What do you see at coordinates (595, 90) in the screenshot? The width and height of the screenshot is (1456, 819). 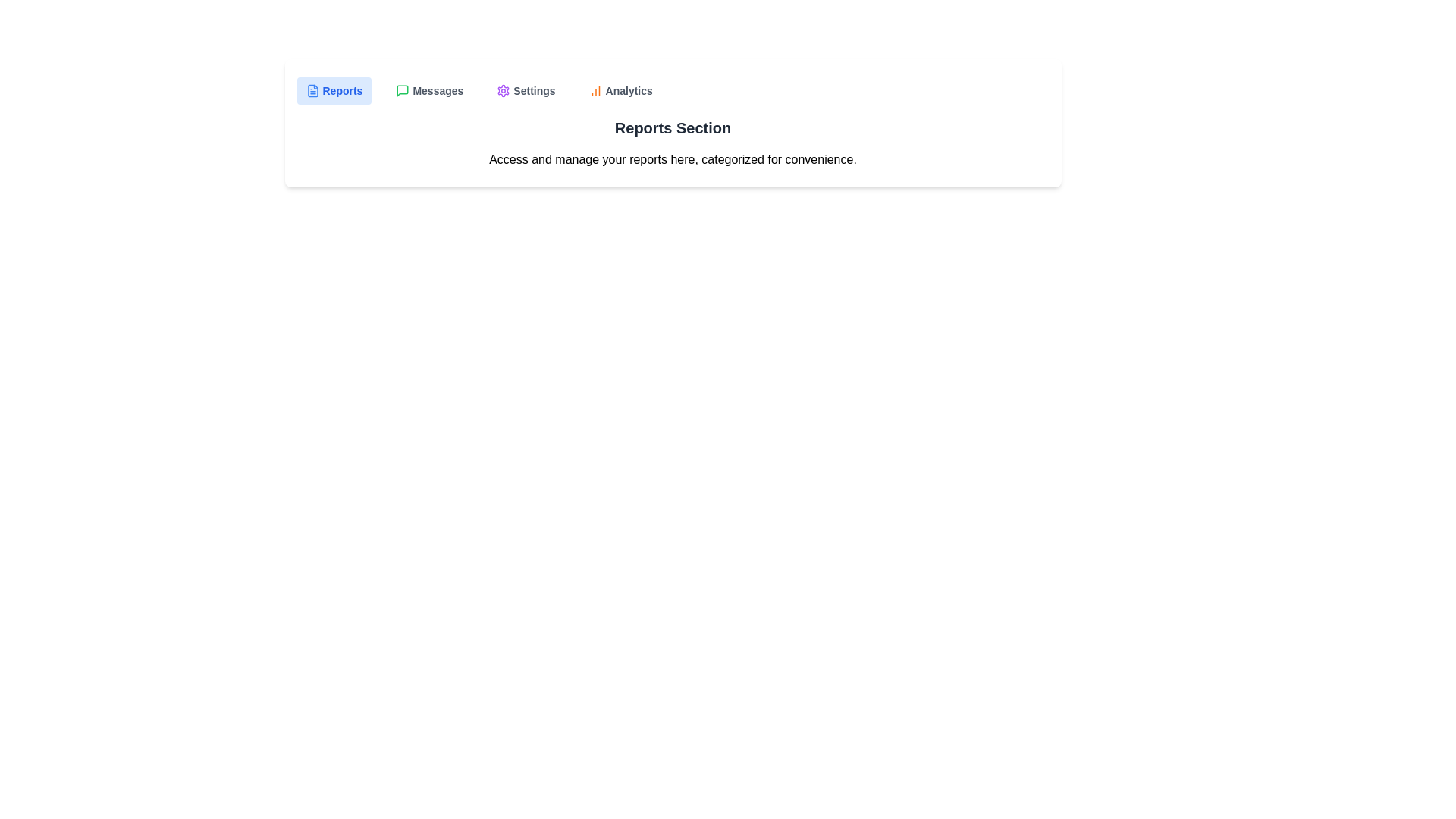 I see `the 'Analytics' icon located to the left of the 'Analytics' text in the navigation bar` at bounding box center [595, 90].